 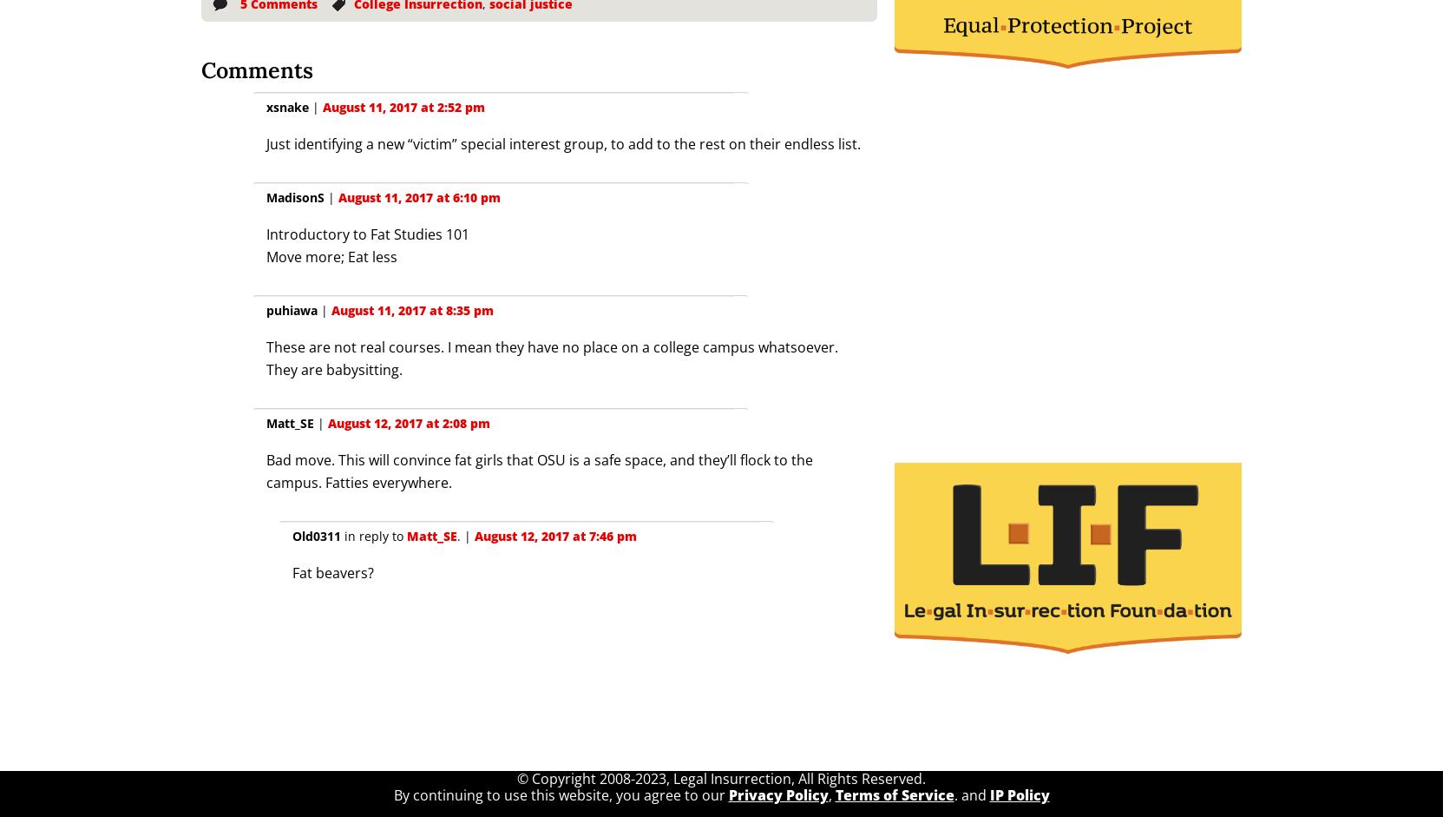 I want to click on 'IP Policy', so click(x=1019, y=794).